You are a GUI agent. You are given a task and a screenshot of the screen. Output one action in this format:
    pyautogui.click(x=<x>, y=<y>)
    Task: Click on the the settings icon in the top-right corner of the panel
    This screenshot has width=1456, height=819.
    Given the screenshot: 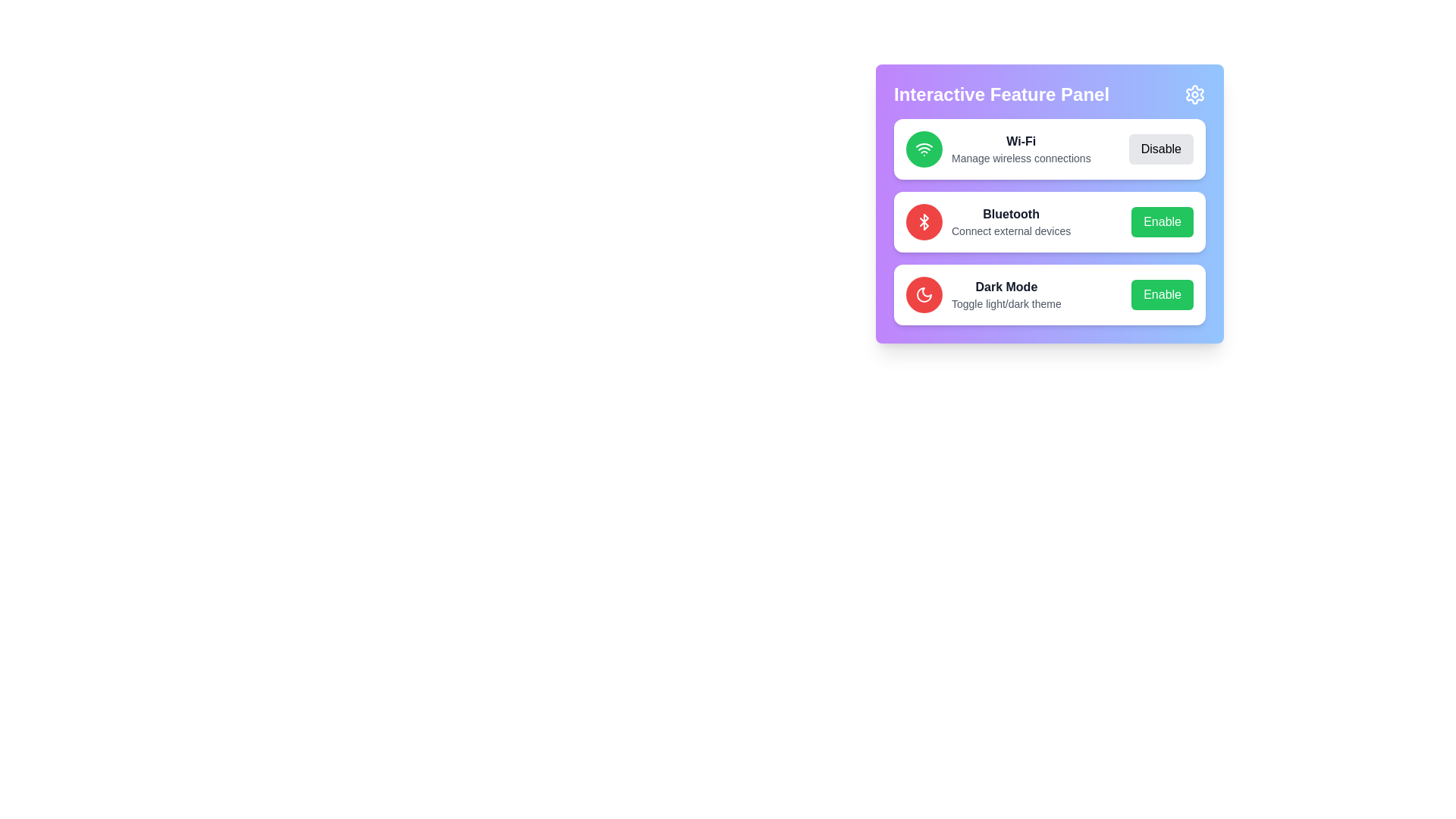 What is the action you would take?
    pyautogui.click(x=1194, y=94)
    